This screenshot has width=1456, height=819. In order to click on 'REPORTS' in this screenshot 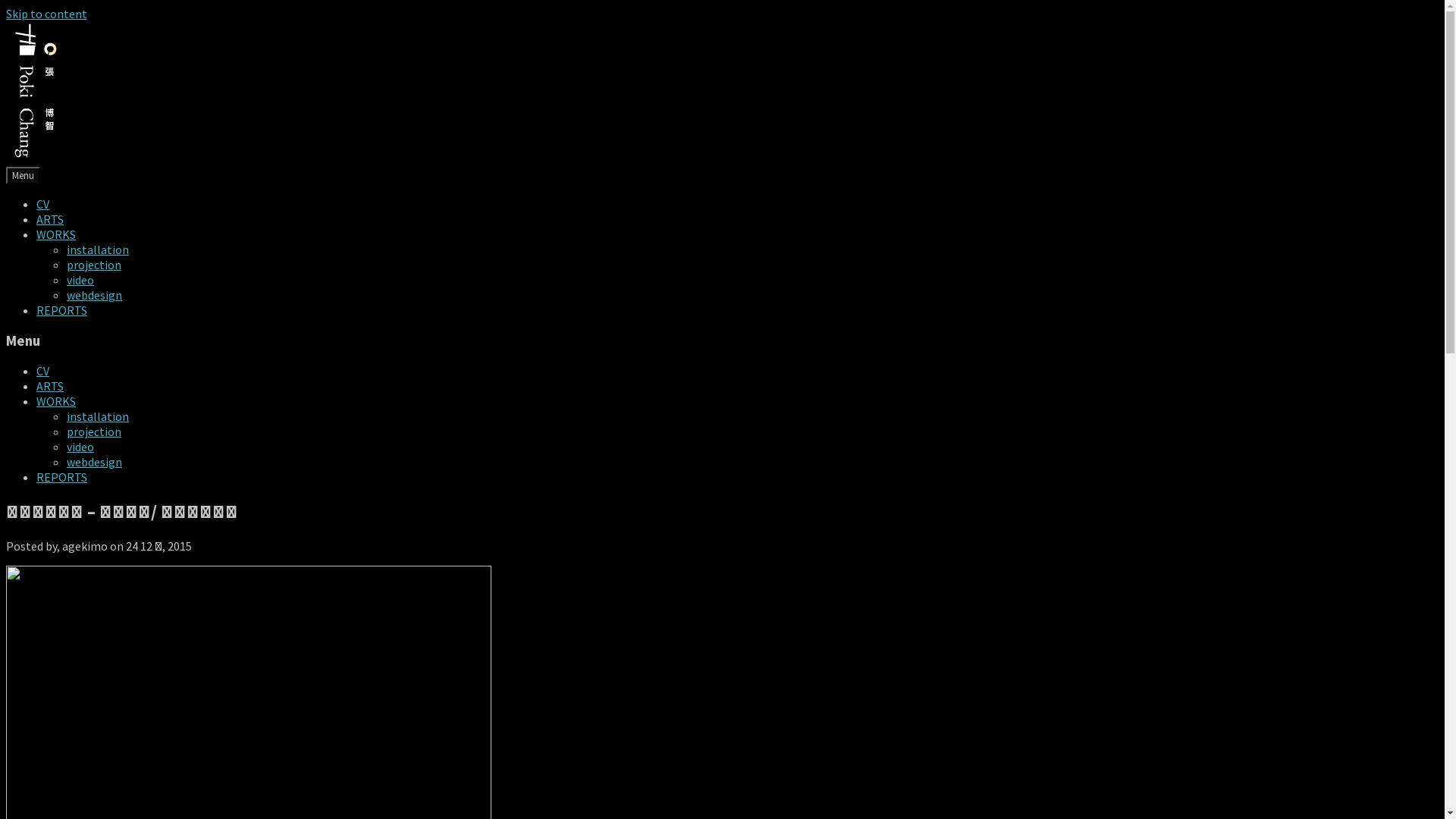, I will do `click(61, 475)`.